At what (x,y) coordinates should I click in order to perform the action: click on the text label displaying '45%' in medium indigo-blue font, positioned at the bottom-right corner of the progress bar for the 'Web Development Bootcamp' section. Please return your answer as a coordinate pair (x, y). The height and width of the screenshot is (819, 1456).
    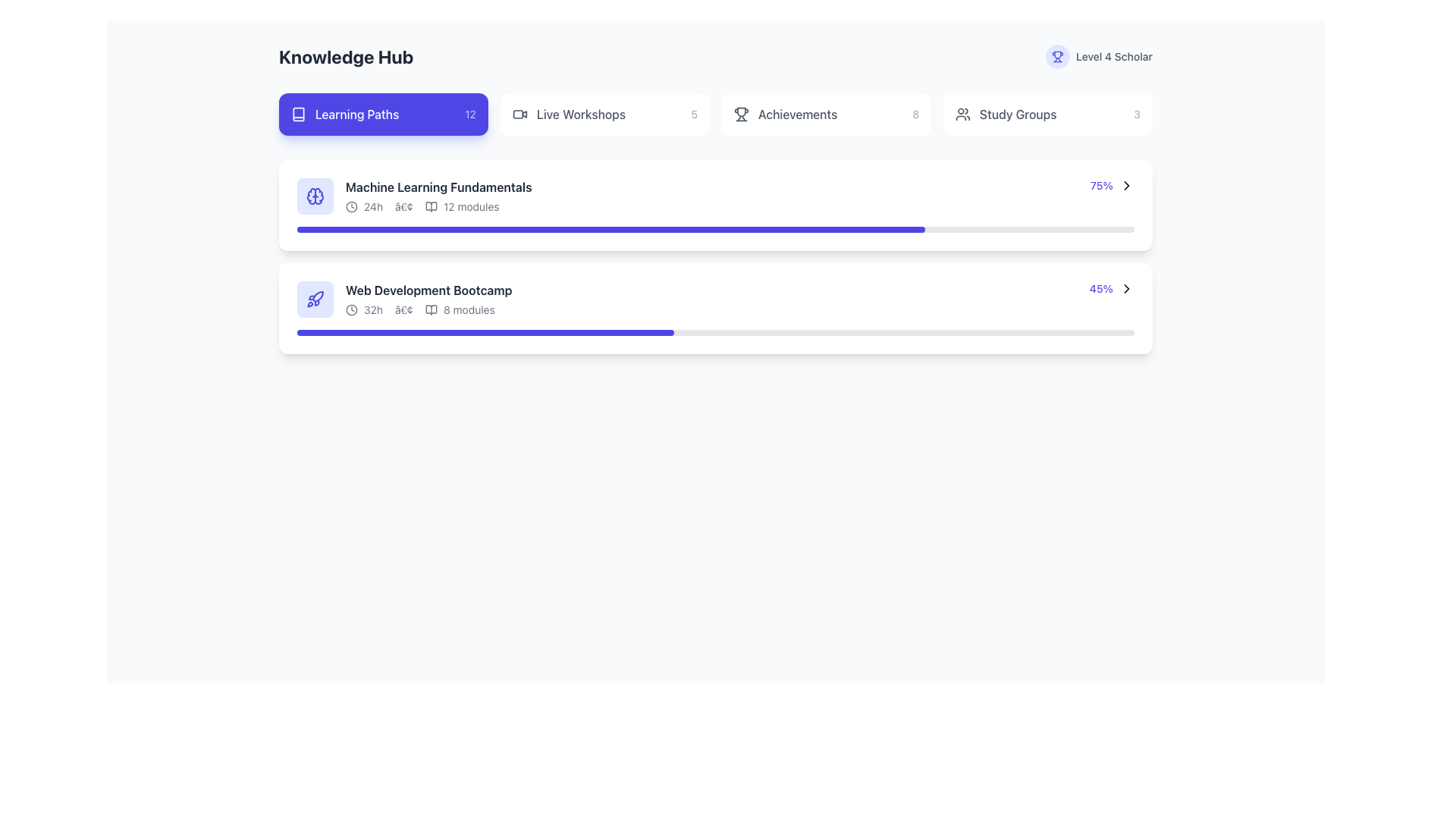
    Looking at the image, I should click on (1101, 289).